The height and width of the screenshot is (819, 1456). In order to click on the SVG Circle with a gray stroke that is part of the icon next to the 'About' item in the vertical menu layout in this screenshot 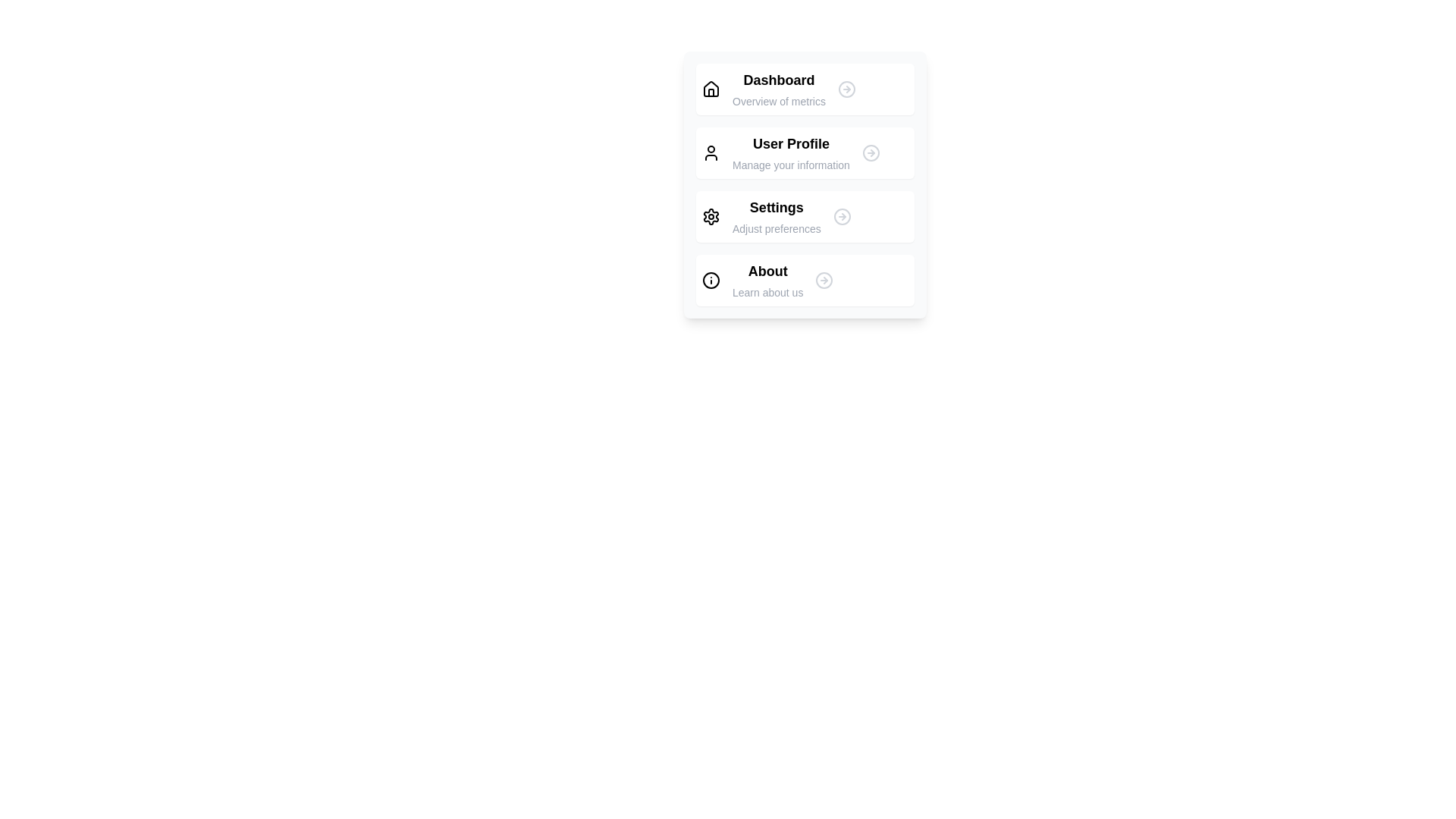, I will do `click(824, 281)`.